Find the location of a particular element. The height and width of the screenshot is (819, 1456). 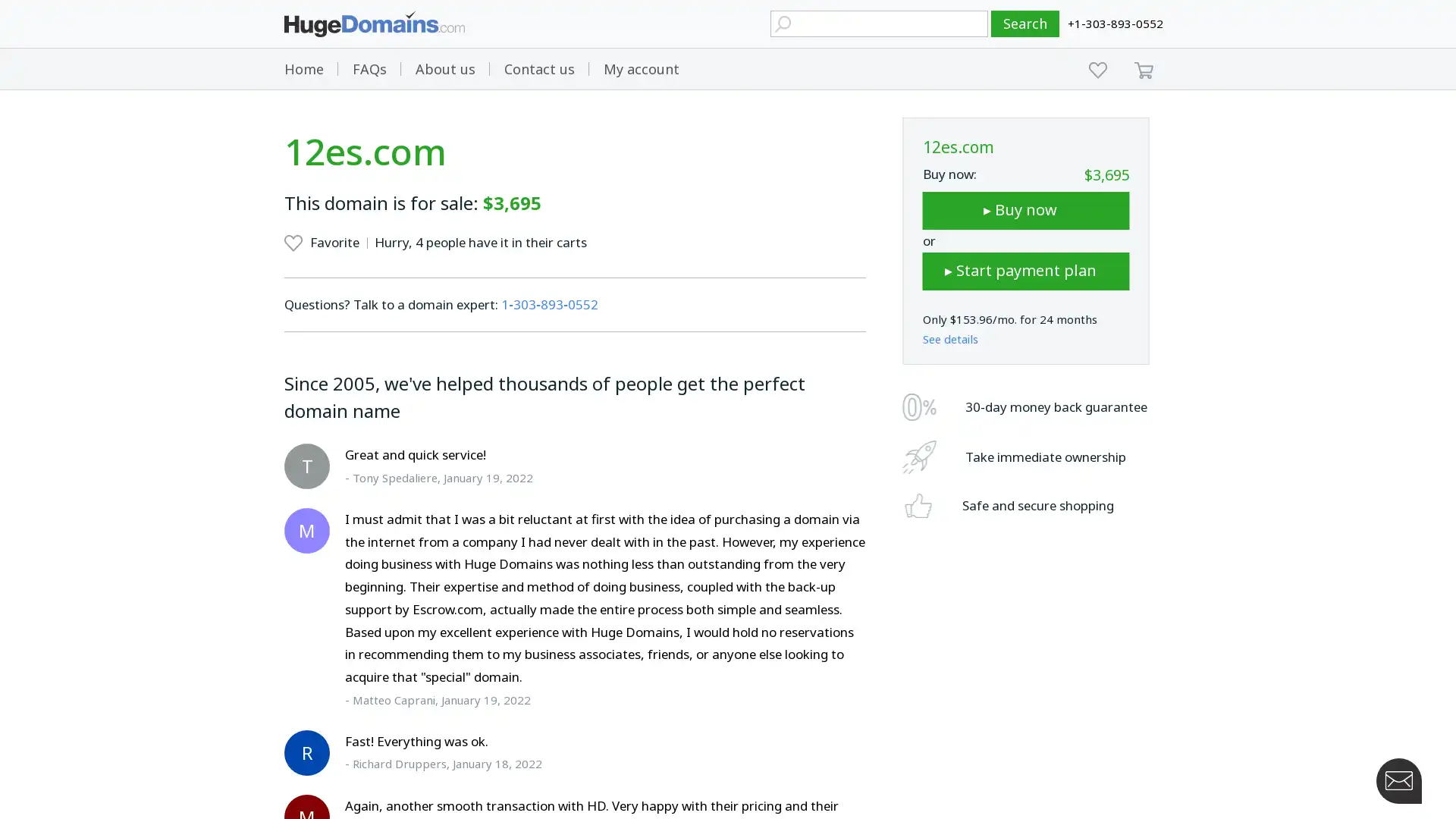

Search is located at coordinates (1025, 24).